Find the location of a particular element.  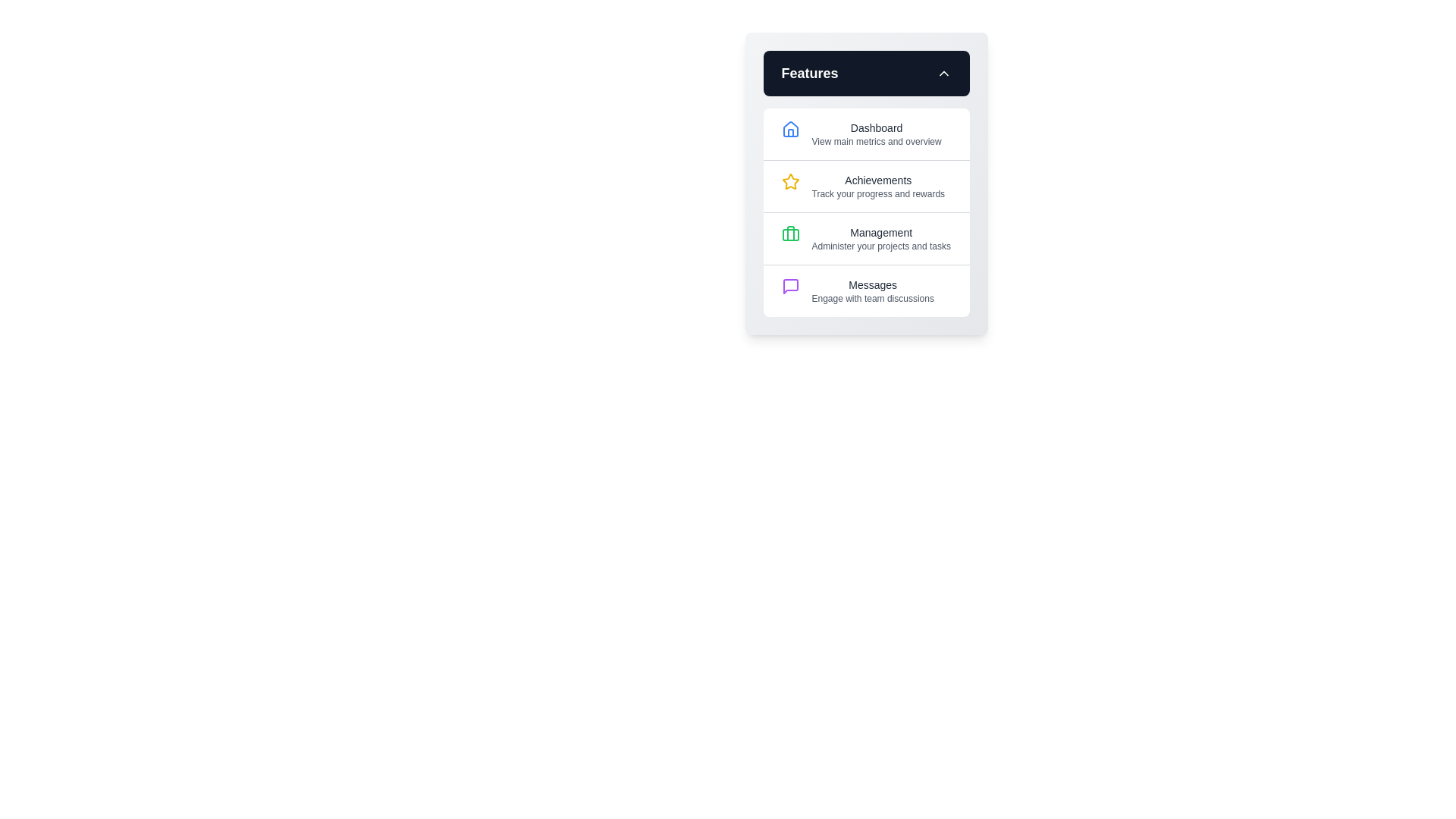

the descriptive subtitle text label for the 'Achievements' section located beneath the 'Achievements' text and next to a star icon in the 'Features' section is located at coordinates (878, 193).